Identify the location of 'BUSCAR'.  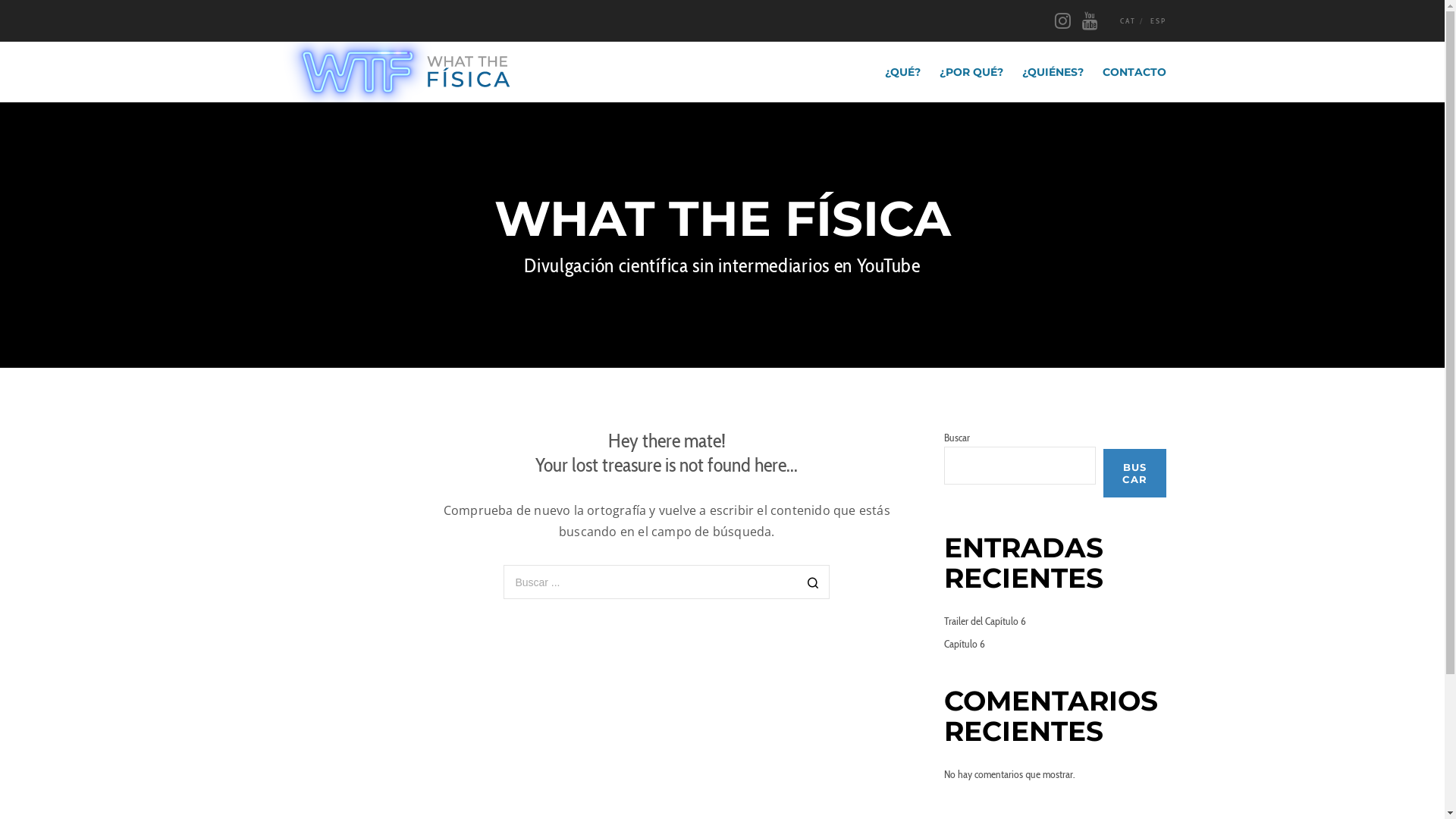
(1134, 472).